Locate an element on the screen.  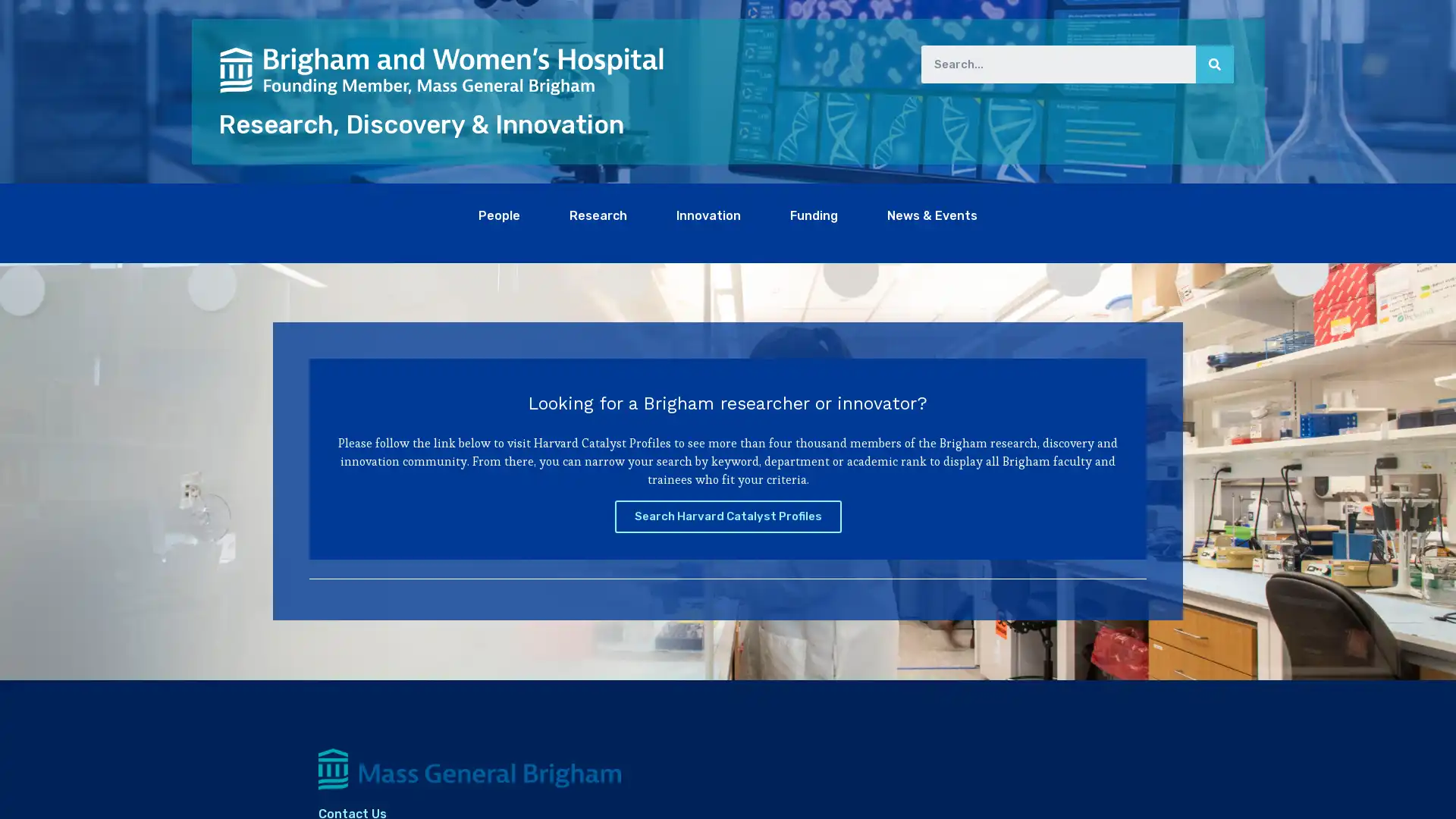
Search is located at coordinates (1214, 63).